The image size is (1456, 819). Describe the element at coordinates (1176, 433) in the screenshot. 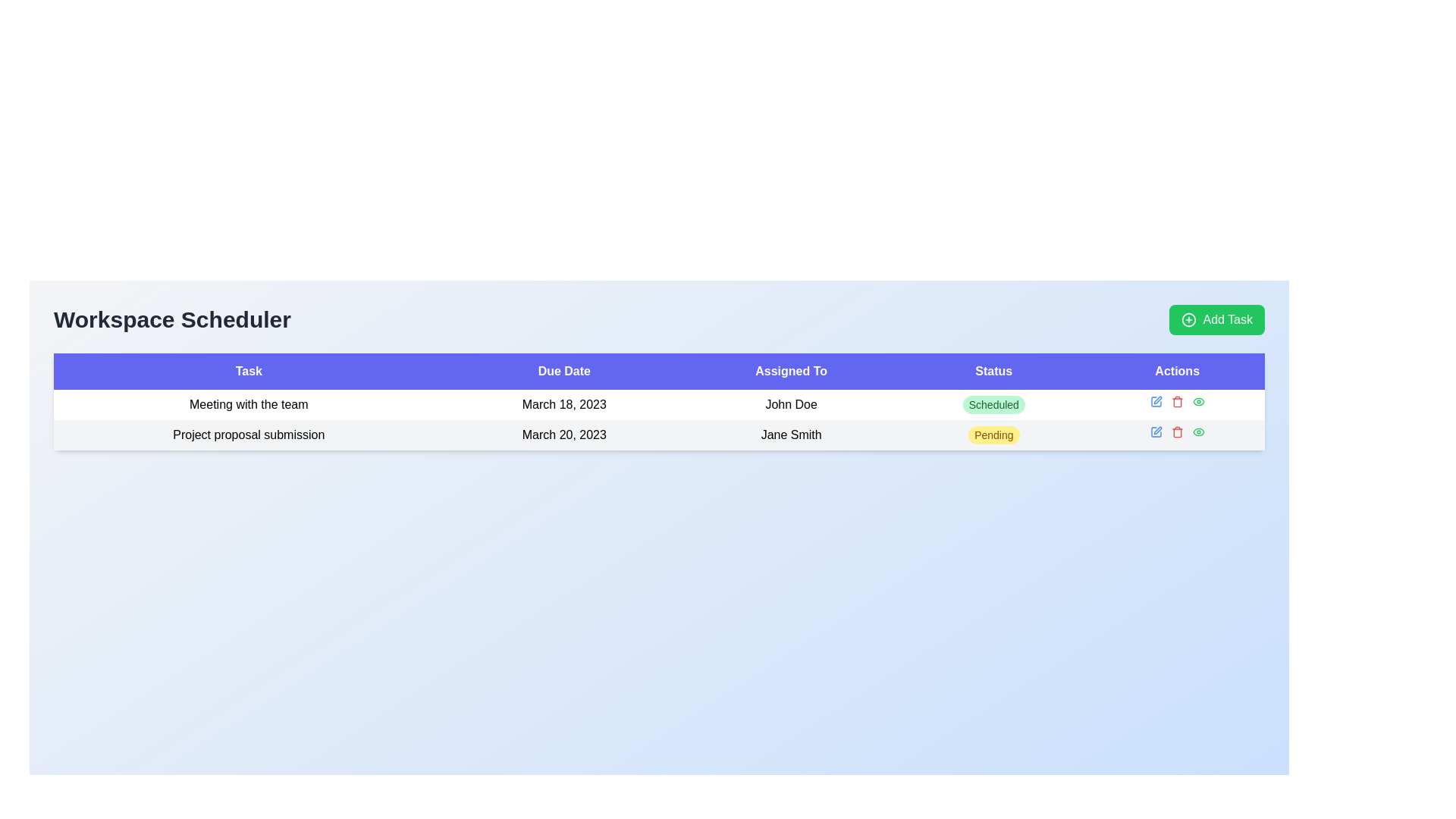

I see `the delete icon button in the 'Actions' column of the table for the second row labeled 'Project proposal submission'` at that location.